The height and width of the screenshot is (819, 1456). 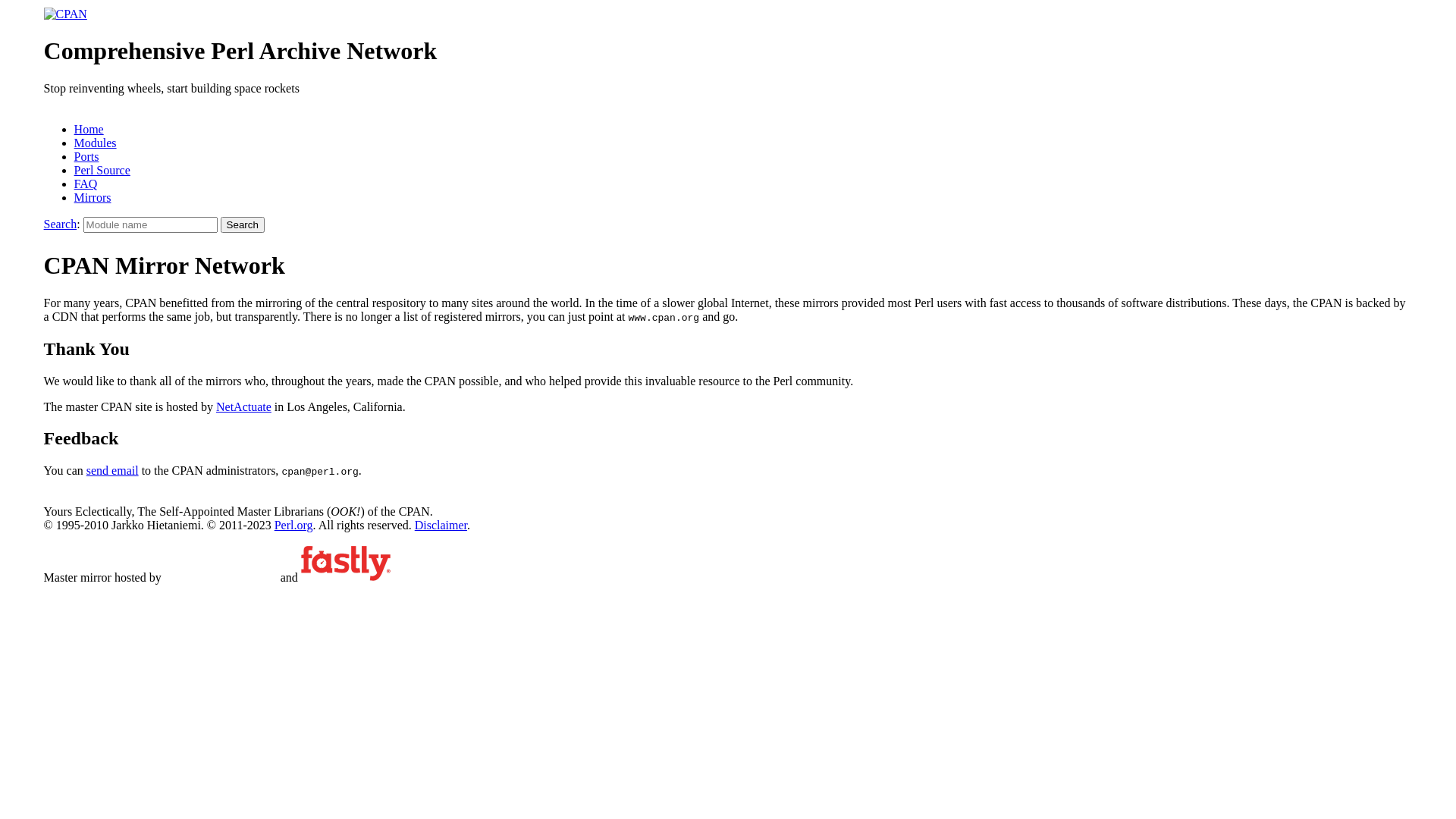 What do you see at coordinates (61, 224) in the screenshot?
I see `'Search'` at bounding box center [61, 224].